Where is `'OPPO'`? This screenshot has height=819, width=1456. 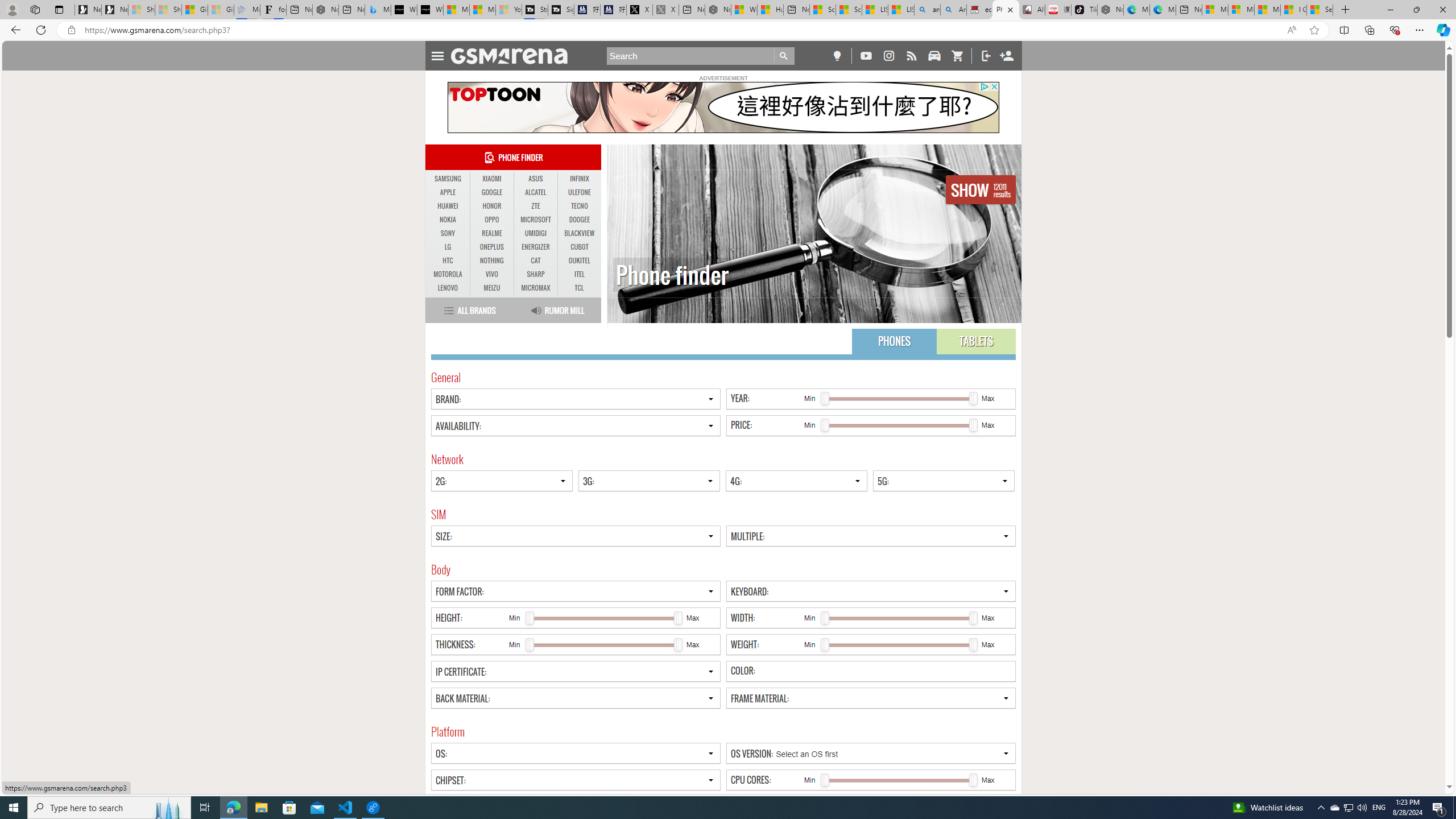
'OPPO' is located at coordinates (491, 220).